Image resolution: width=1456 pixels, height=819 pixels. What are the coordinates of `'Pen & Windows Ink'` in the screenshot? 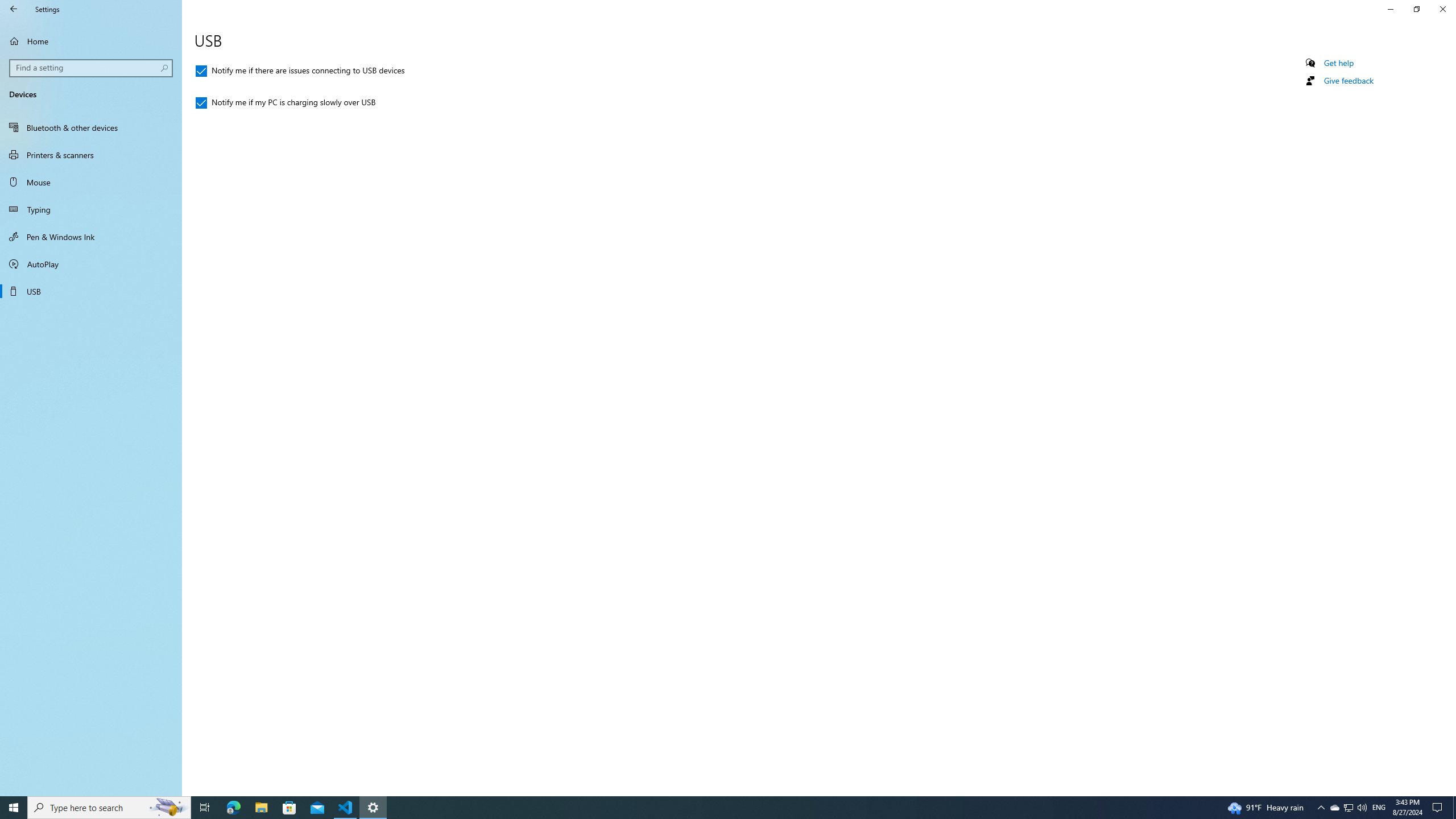 It's located at (90, 236).